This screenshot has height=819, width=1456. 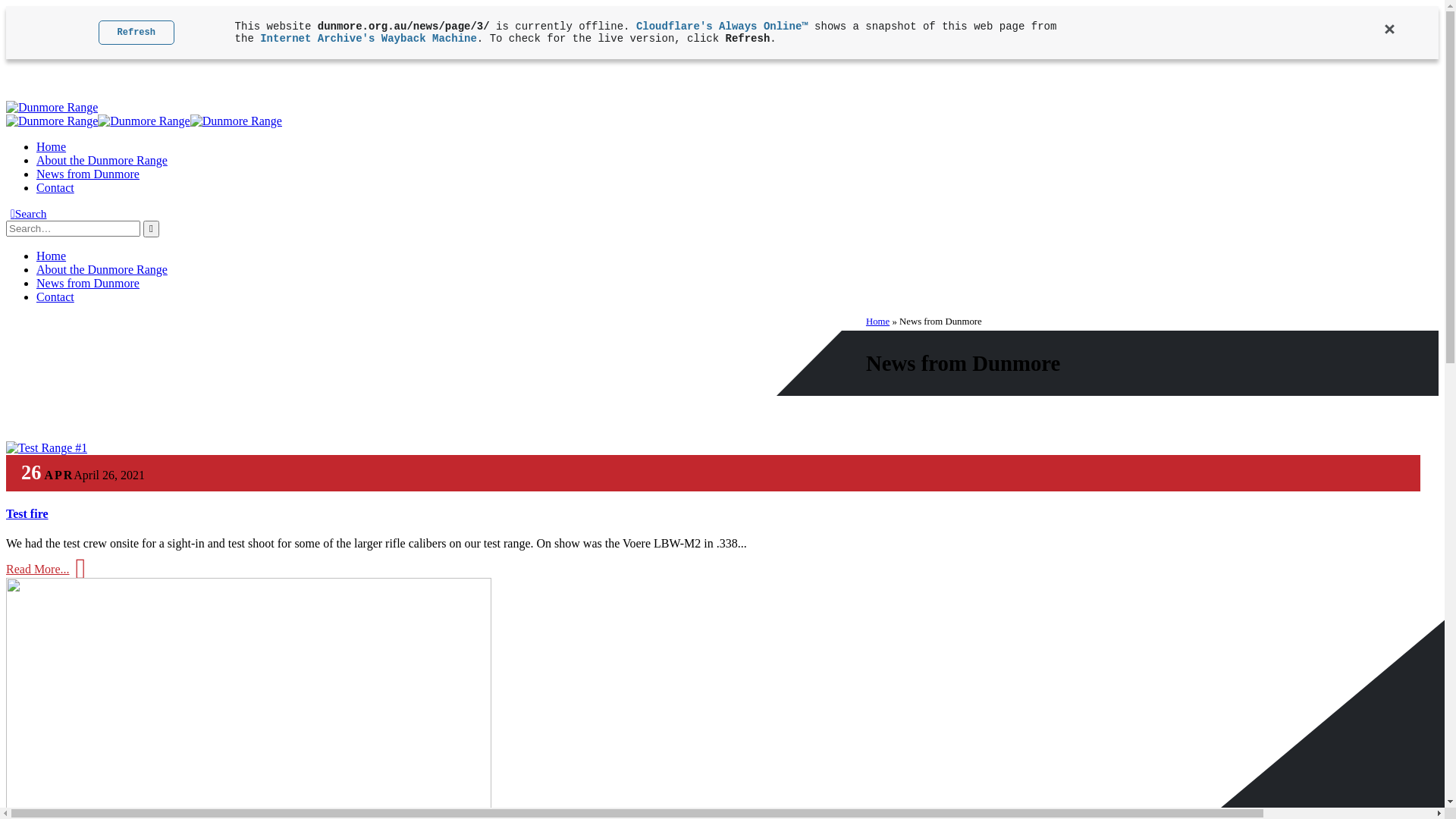 I want to click on 'Dunmore Range - Dunmore Range Association', so click(x=6, y=120).